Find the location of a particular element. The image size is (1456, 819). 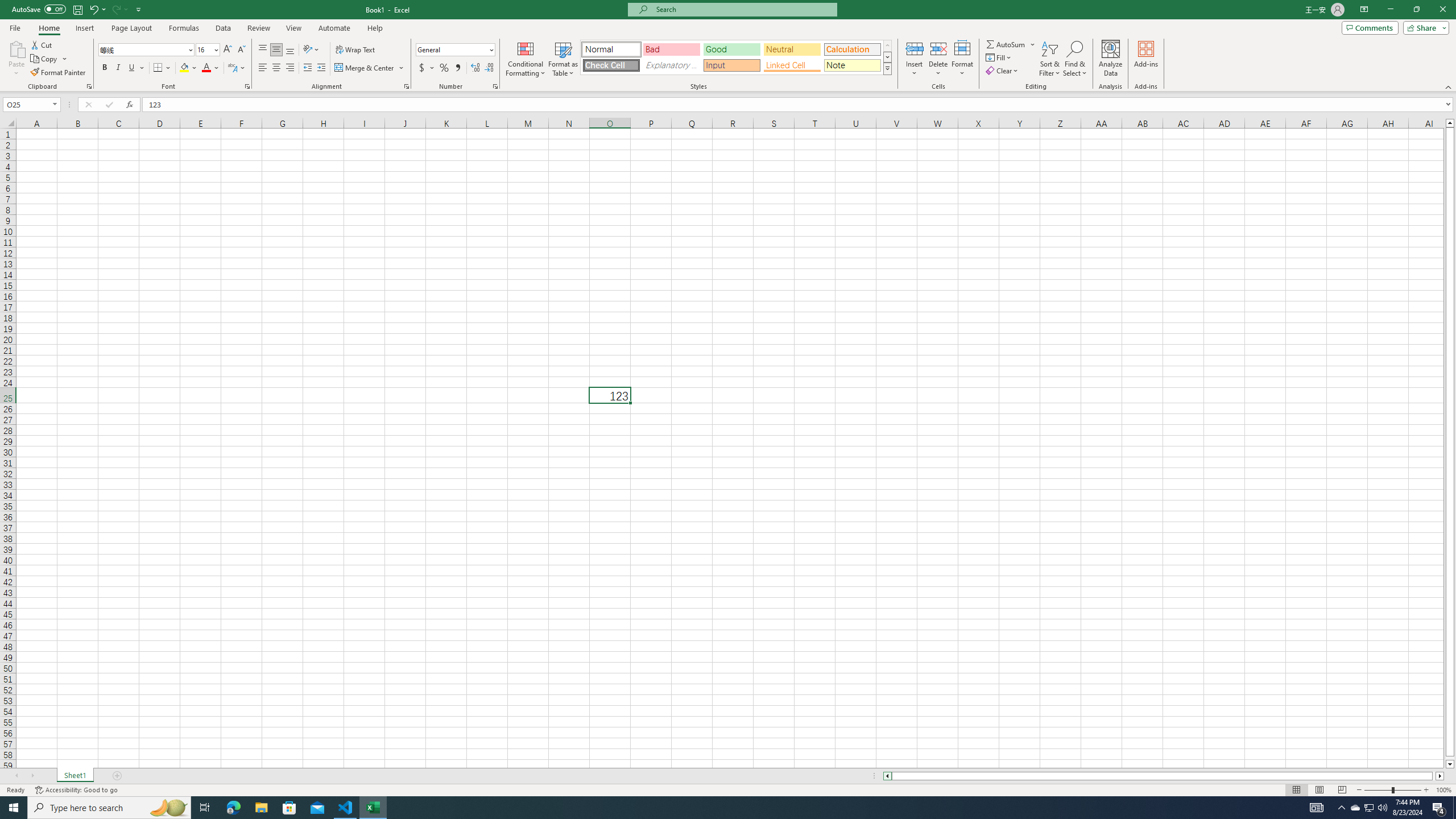

'Orientation' is located at coordinates (311, 49).